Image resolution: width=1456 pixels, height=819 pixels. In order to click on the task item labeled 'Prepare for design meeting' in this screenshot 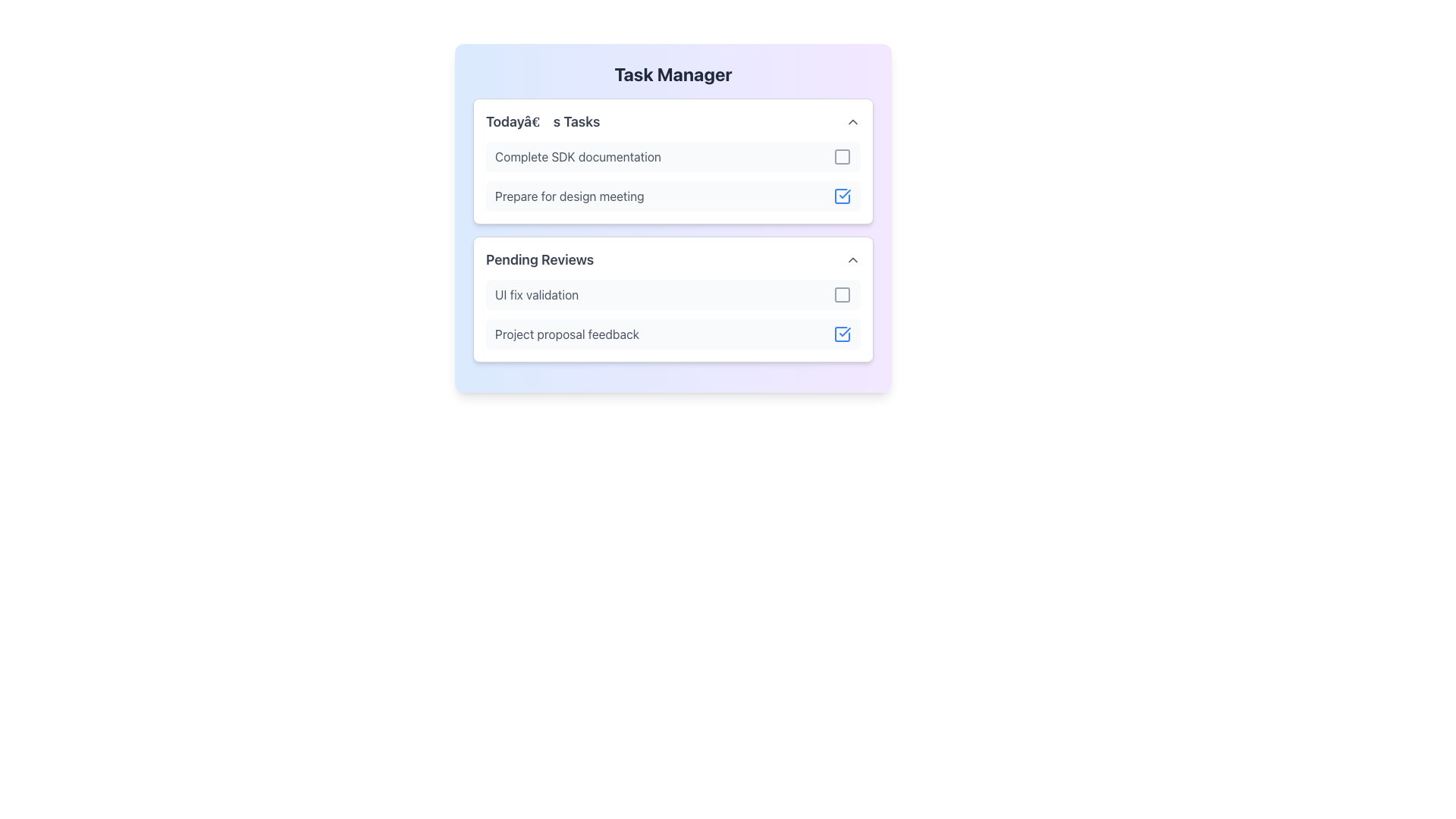, I will do `click(673, 195)`.